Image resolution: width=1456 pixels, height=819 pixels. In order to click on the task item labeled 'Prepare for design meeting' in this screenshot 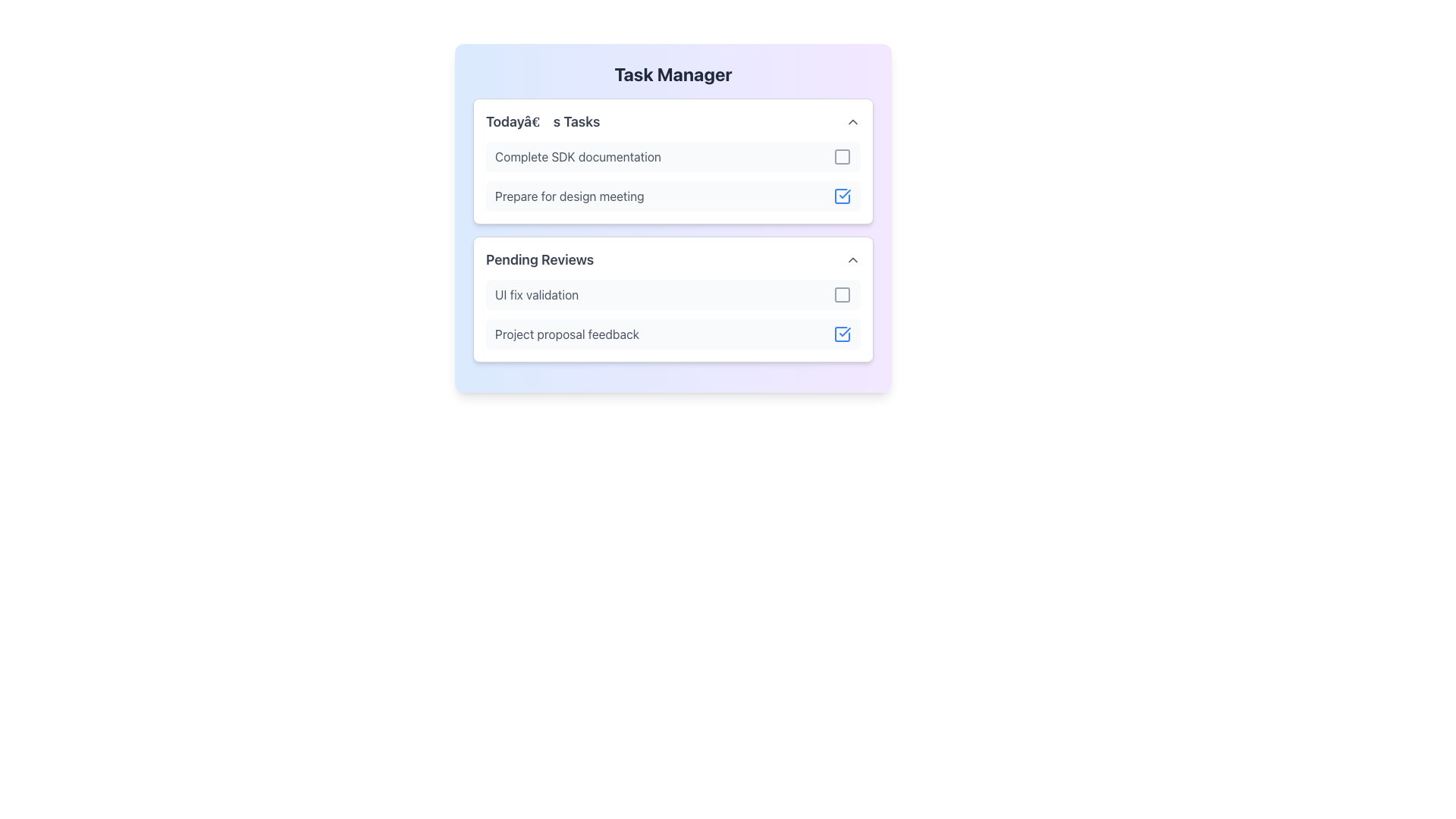, I will do `click(673, 195)`.